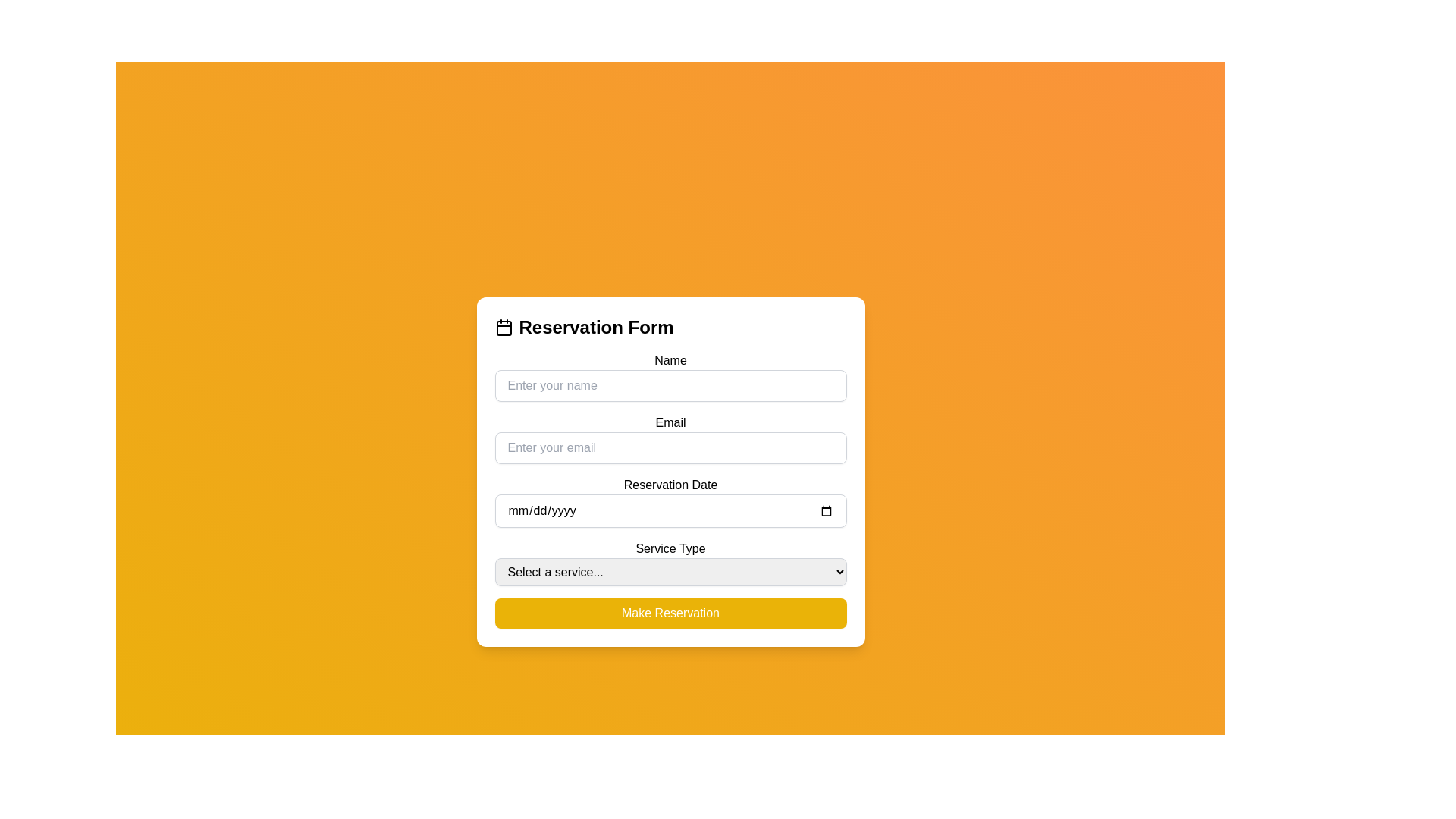 Image resolution: width=1456 pixels, height=819 pixels. What do you see at coordinates (670, 562) in the screenshot?
I see `an option from the dropdown menu located in the fourth row of the form, directly beneath the 'Reservation Date' field and above the 'Make Reservation' button` at bounding box center [670, 562].